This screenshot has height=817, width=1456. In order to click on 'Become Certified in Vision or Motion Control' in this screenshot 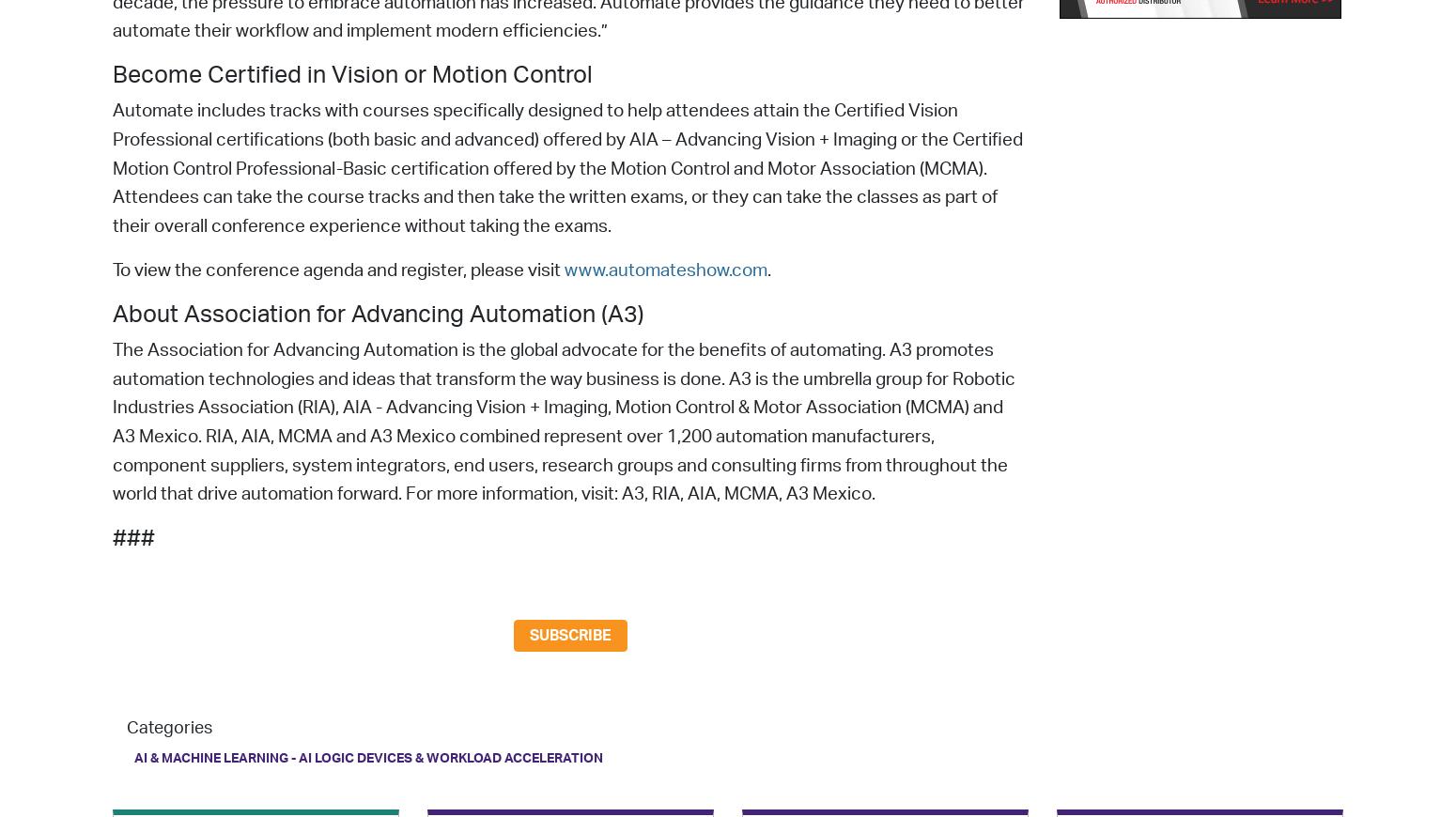, I will do `click(351, 74)`.